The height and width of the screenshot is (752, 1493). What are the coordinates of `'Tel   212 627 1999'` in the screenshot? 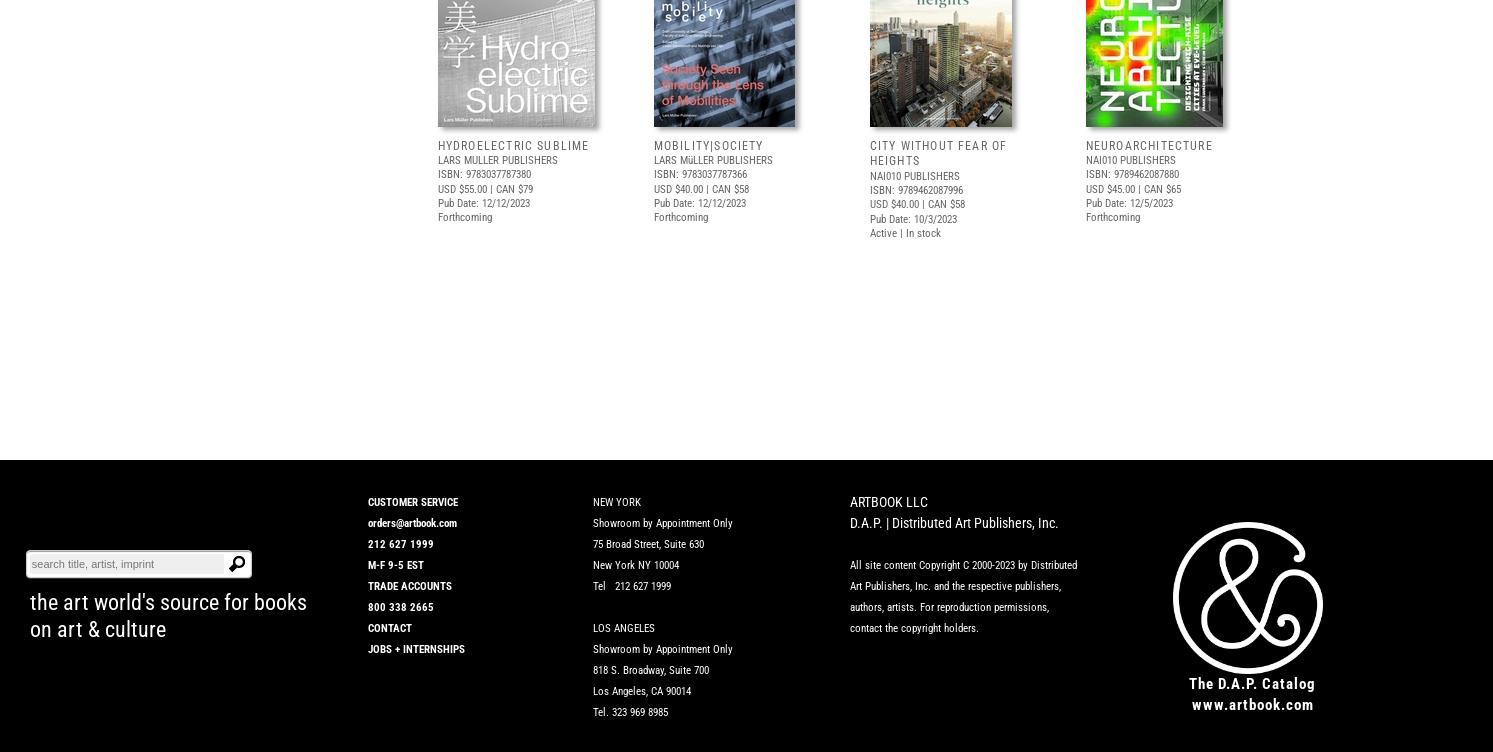 It's located at (631, 586).